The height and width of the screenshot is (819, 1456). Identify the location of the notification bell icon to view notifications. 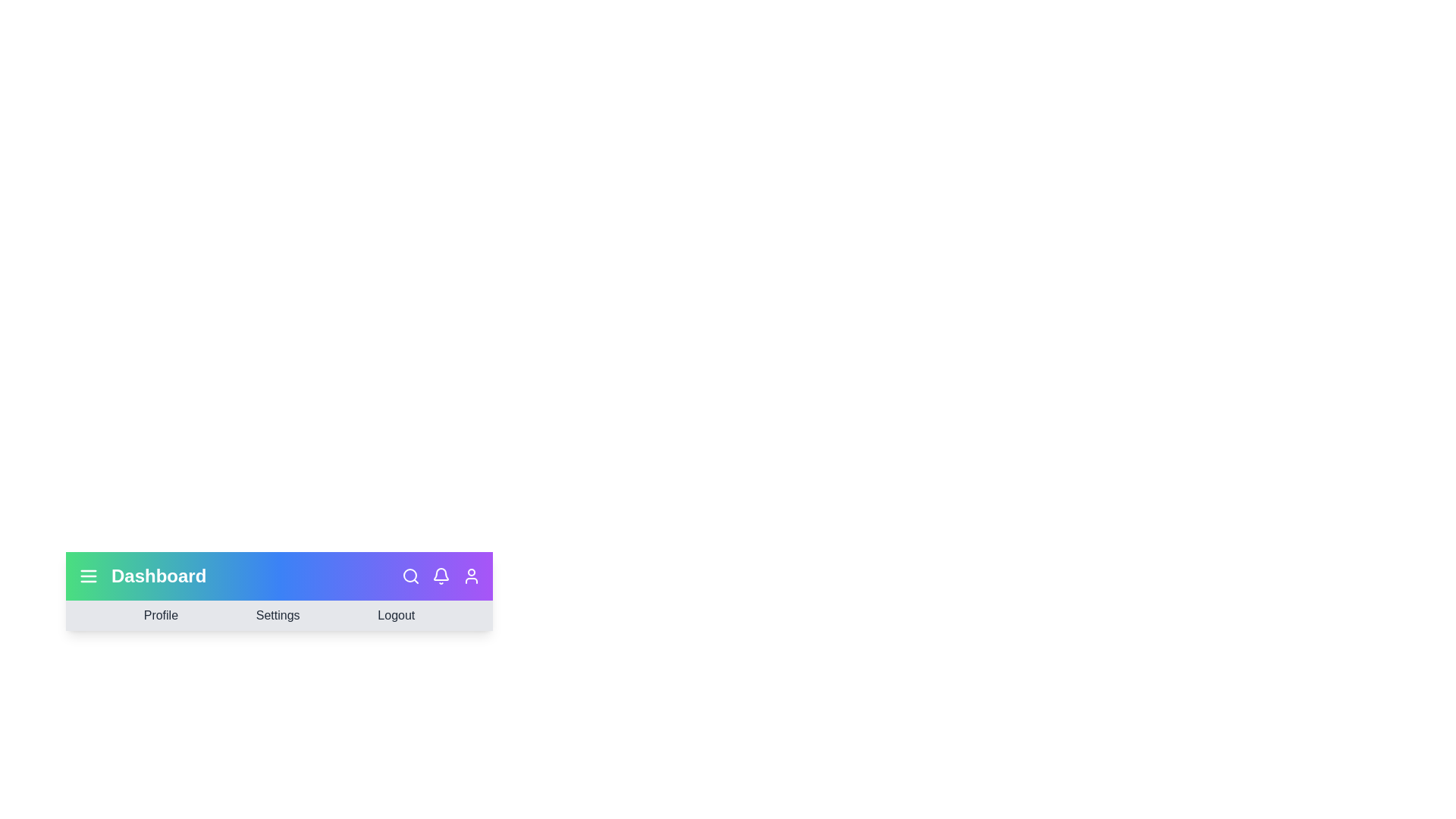
(440, 576).